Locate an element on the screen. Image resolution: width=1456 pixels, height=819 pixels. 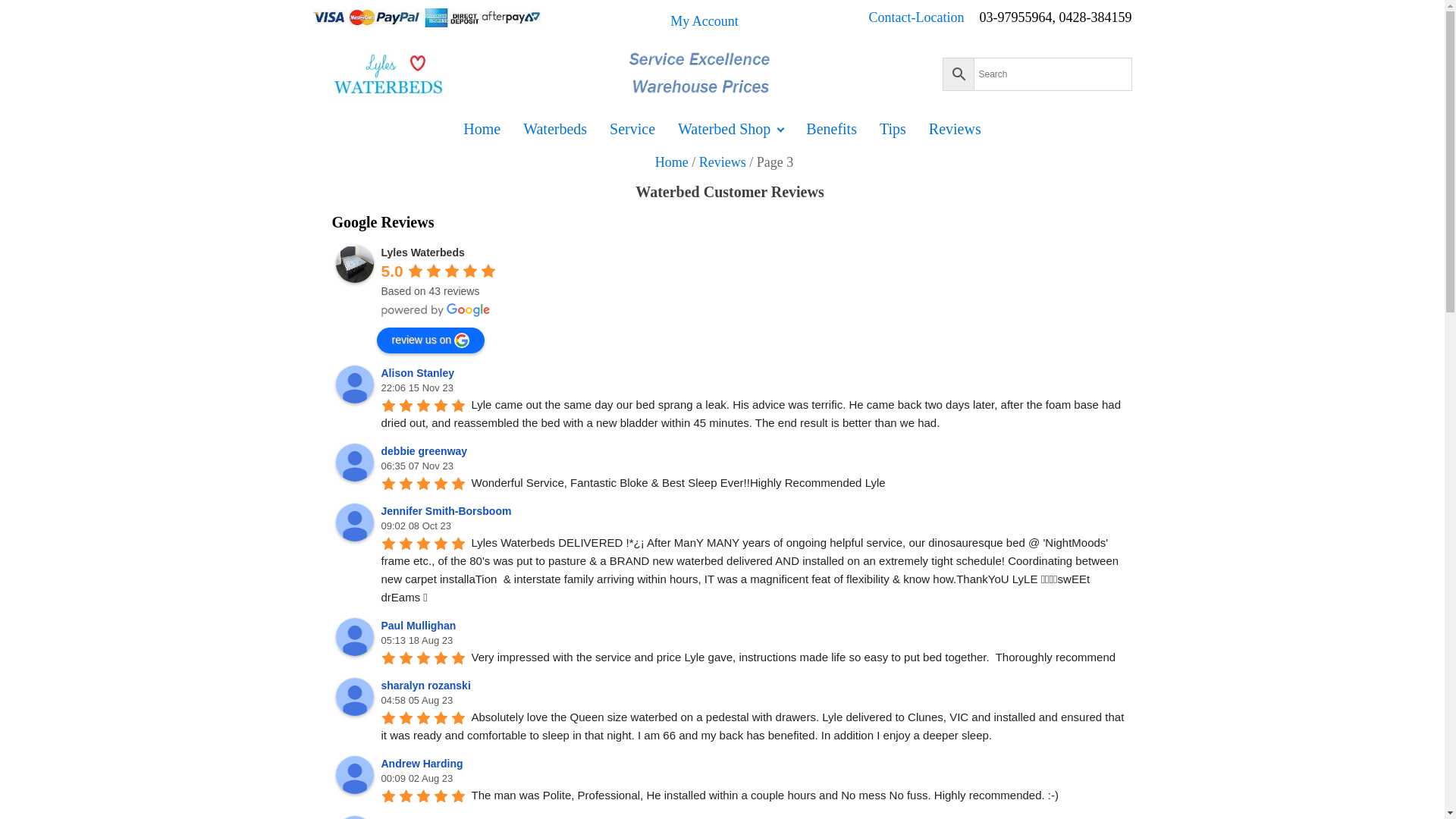
'powered by Google' is located at coordinates (381, 309).